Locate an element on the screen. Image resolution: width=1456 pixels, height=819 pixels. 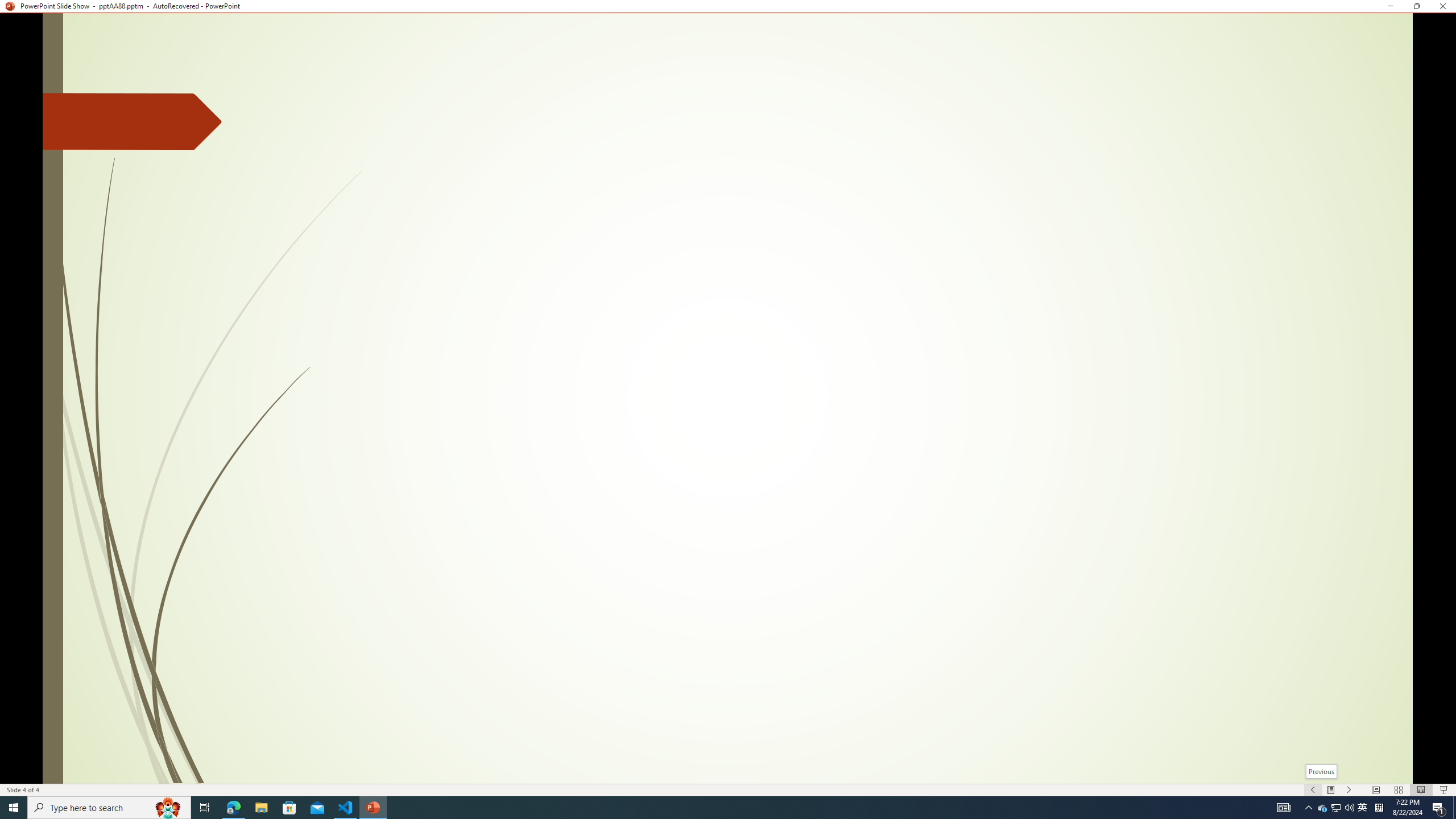
'Slide Show Previous On' is located at coordinates (1313, 790).